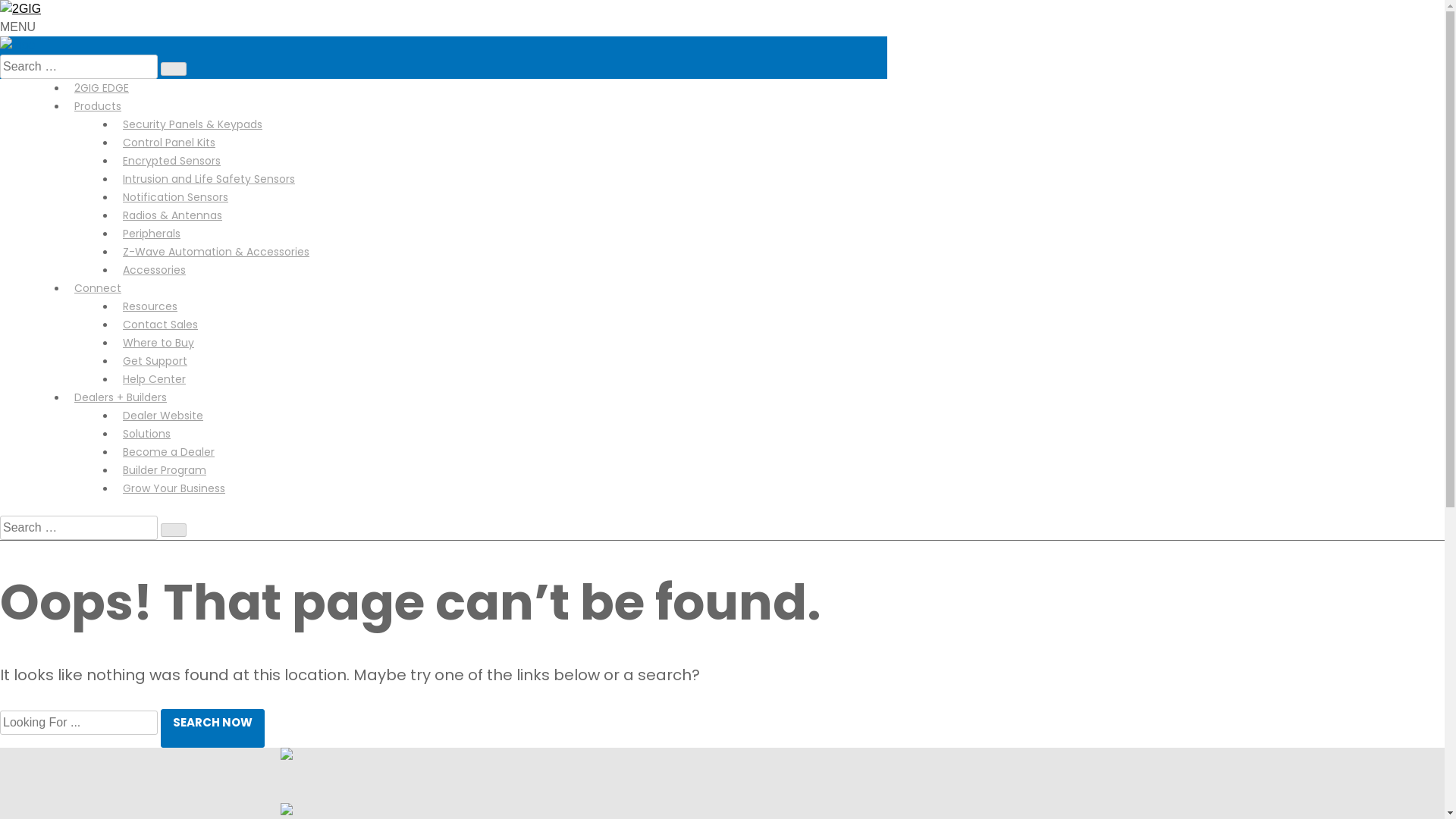 This screenshot has width=1456, height=819. I want to click on 'Become a Dealer', so click(115, 451).